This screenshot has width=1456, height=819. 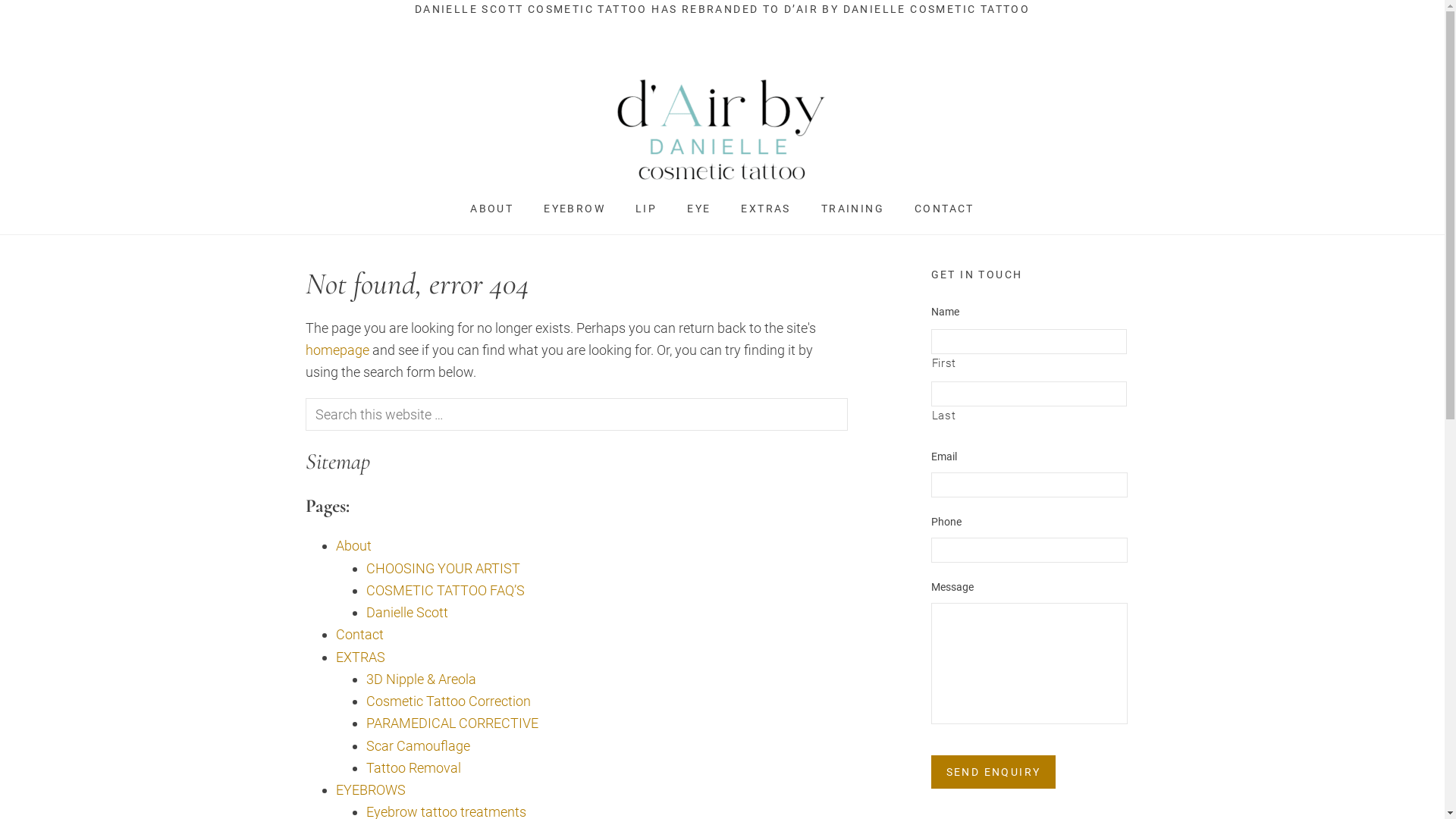 What do you see at coordinates (993, 772) in the screenshot?
I see `'Send enquiry'` at bounding box center [993, 772].